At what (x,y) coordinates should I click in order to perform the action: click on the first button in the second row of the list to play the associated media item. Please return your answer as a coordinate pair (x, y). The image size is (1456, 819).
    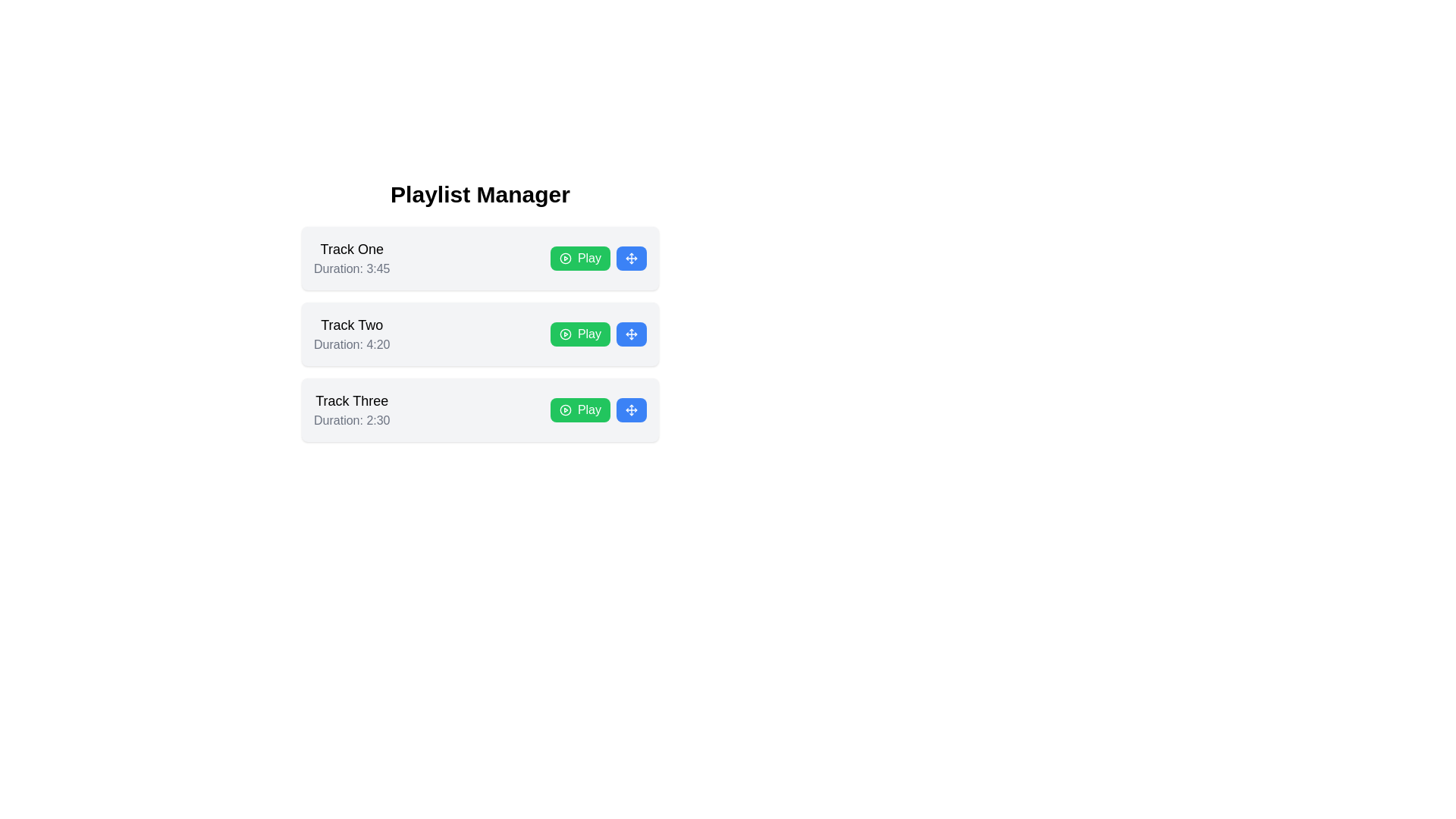
    Looking at the image, I should click on (579, 333).